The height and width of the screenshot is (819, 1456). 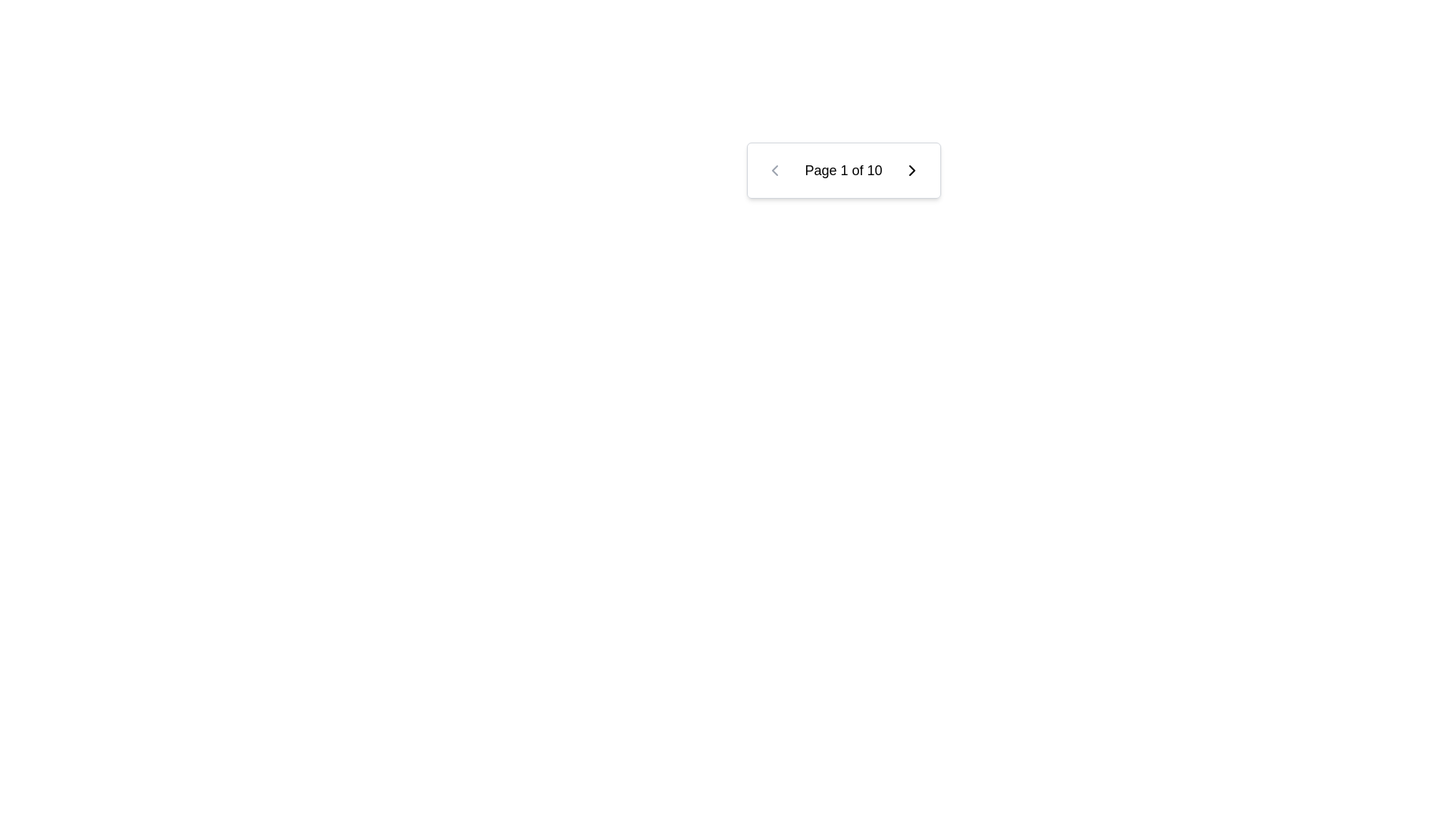 I want to click on the rightward pointing arrow button within the pagination control to advance to the next page, so click(x=912, y=170).